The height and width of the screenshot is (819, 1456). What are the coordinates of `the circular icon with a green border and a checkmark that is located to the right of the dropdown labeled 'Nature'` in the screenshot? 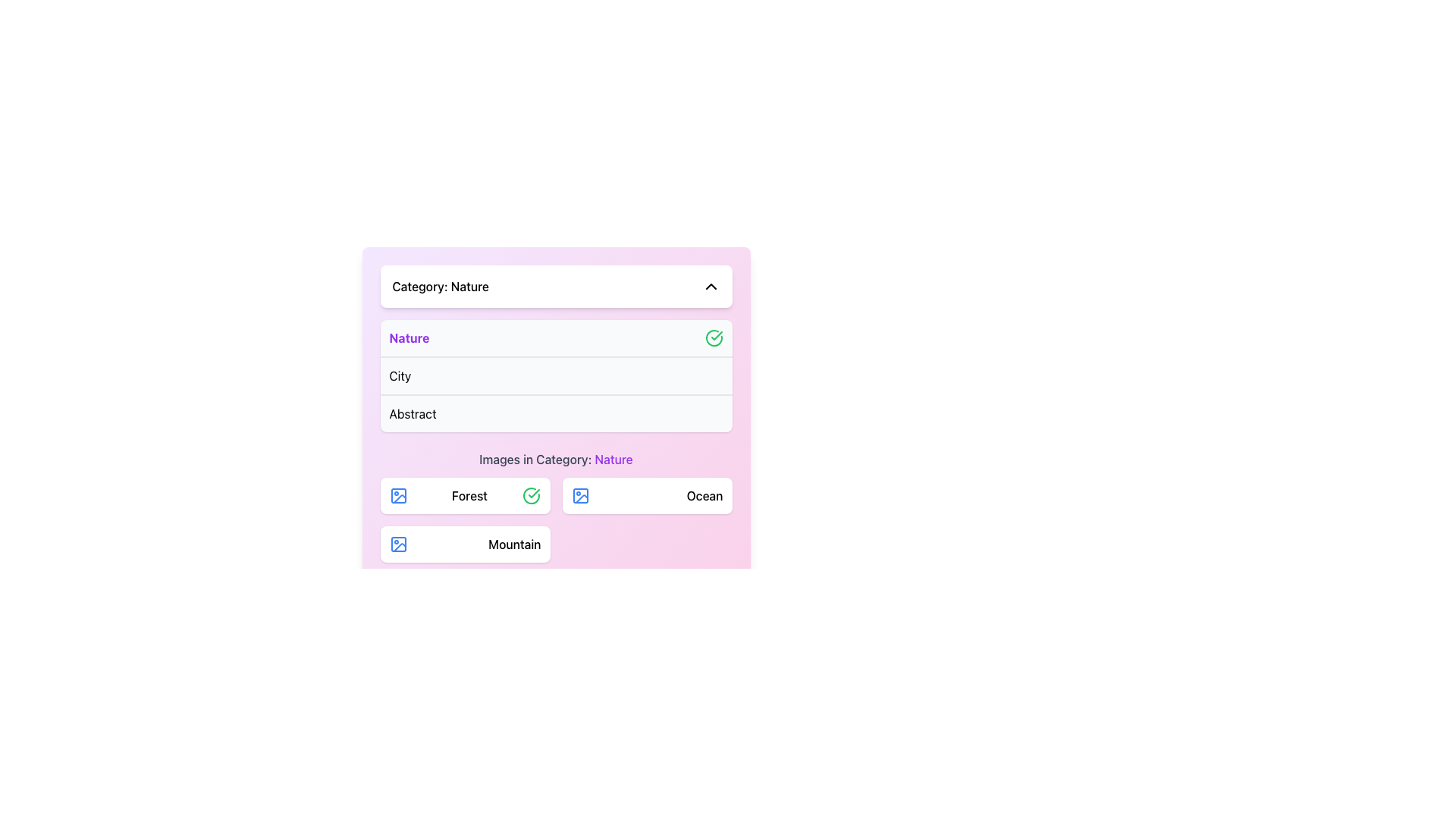 It's located at (532, 496).